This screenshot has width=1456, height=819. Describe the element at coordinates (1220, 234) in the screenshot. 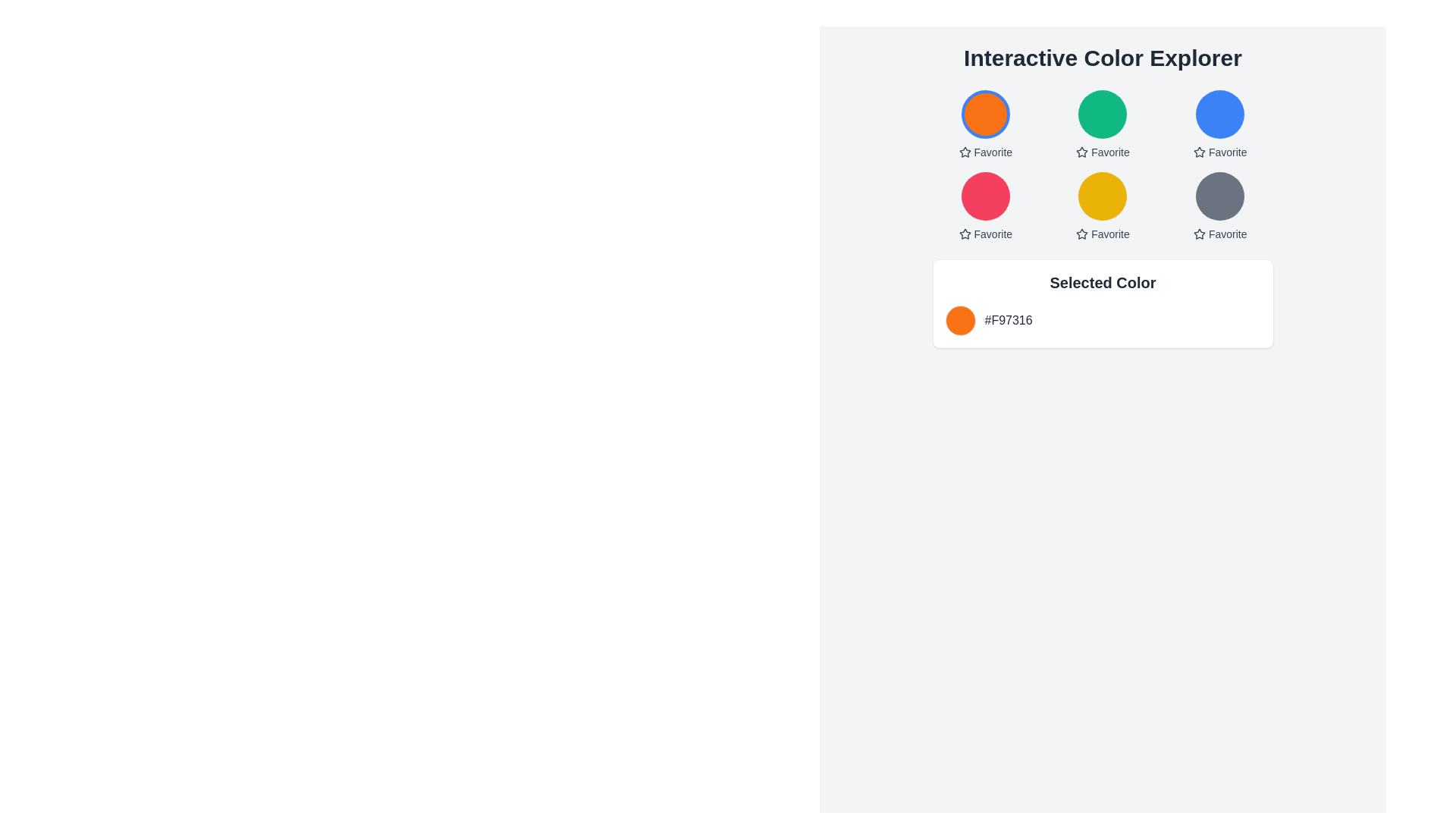

I see `the 'Favorite' button located in the bottom-right section of the grid, beneath the gray circle option, to mark it as favorite` at that location.